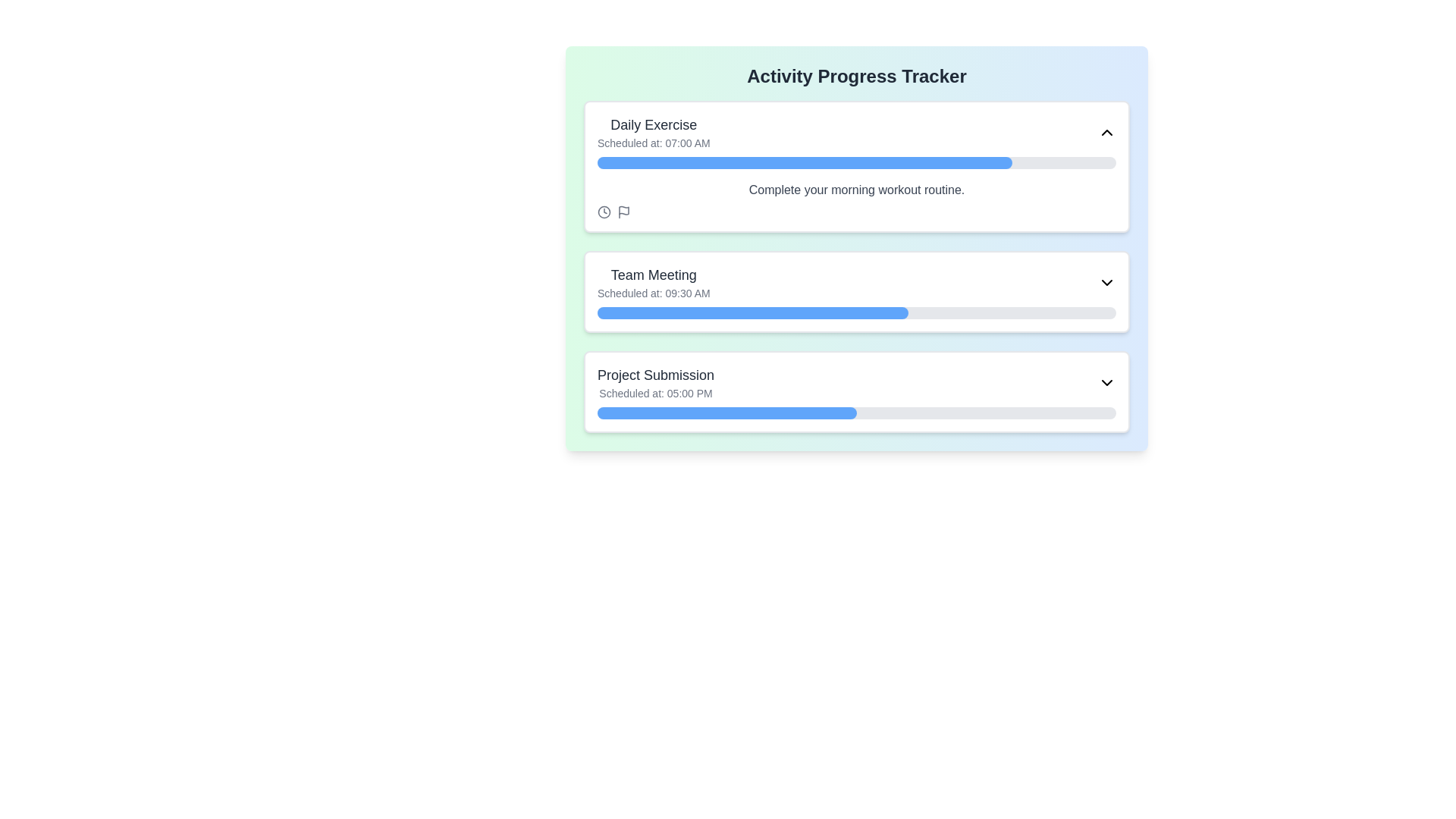 This screenshot has height=819, width=1456. I want to click on the text label displaying 'Scheduled at: 05:00 PM' located beneath the title 'Project Submission' in the list card, so click(655, 393).